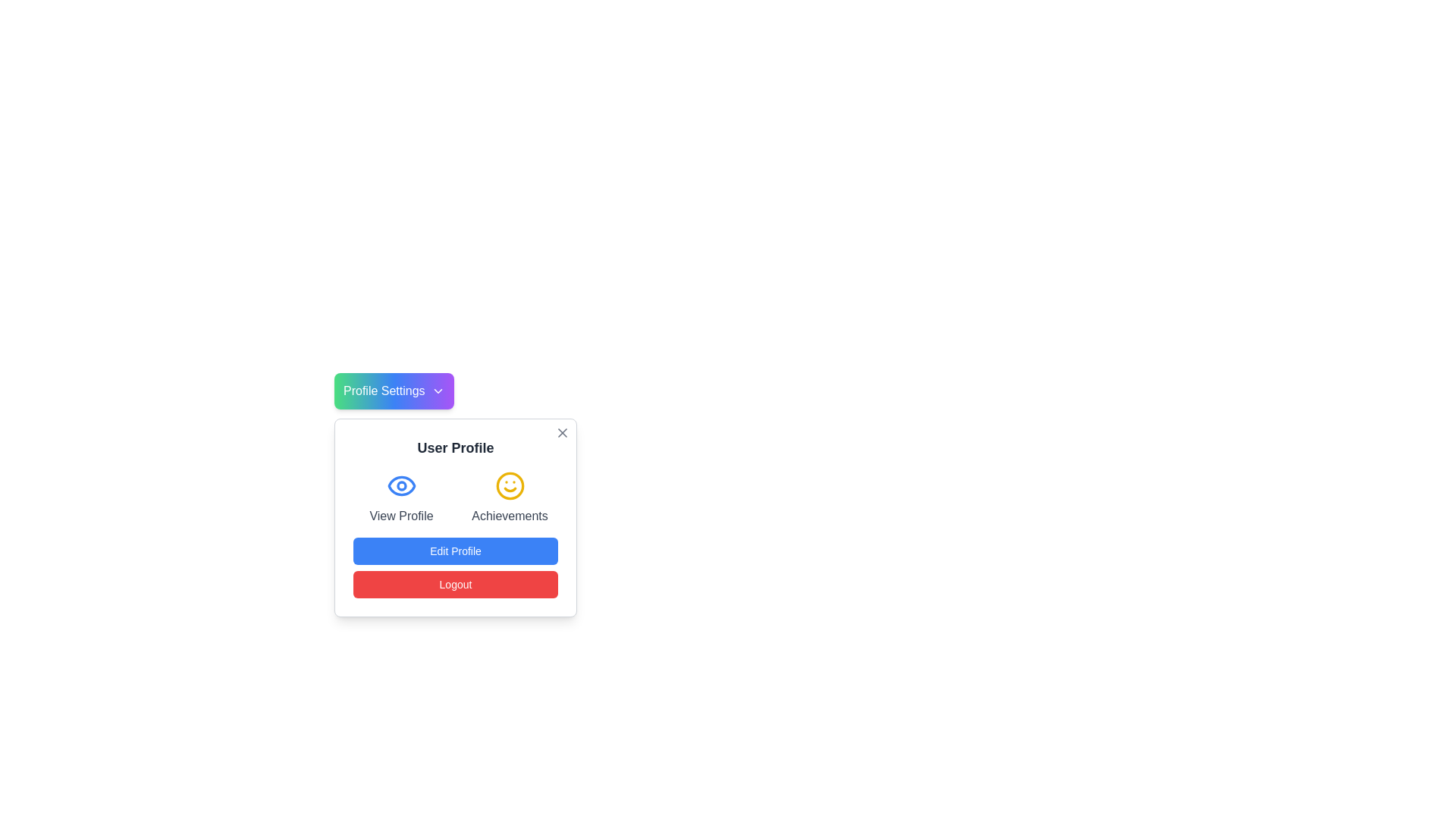 This screenshot has height=819, width=1456. I want to click on the circular graphic icon with a yellow outline, which is centered on the larger smiley face icon located to the right of the 'Achievements' text in the user profile card, so click(510, 485).